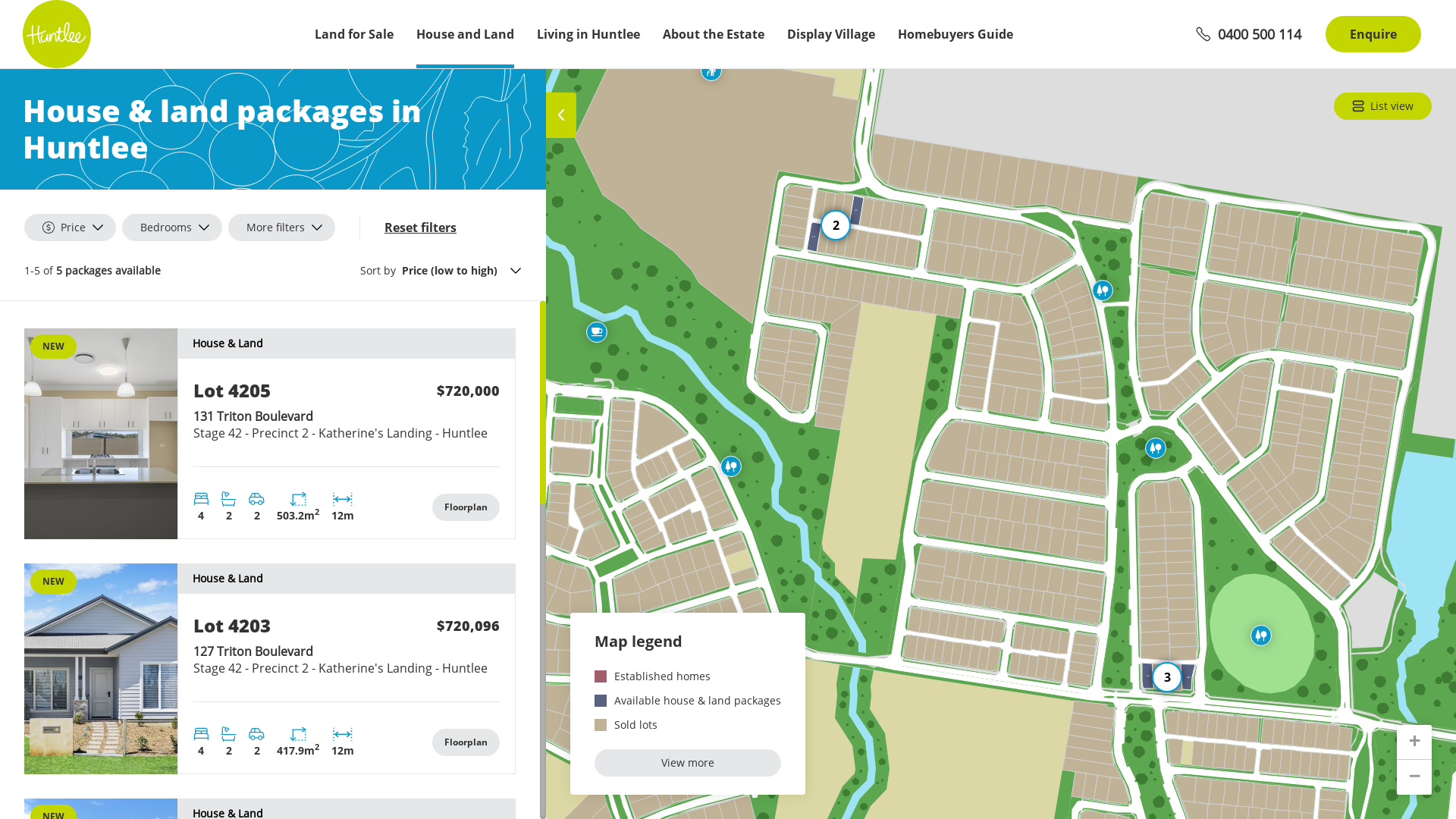 The width and height of the screenshot is (1456, 819). Describe the element at coordinates (465, 507) in the screenshot. I see `'Floorplan'` at that location.